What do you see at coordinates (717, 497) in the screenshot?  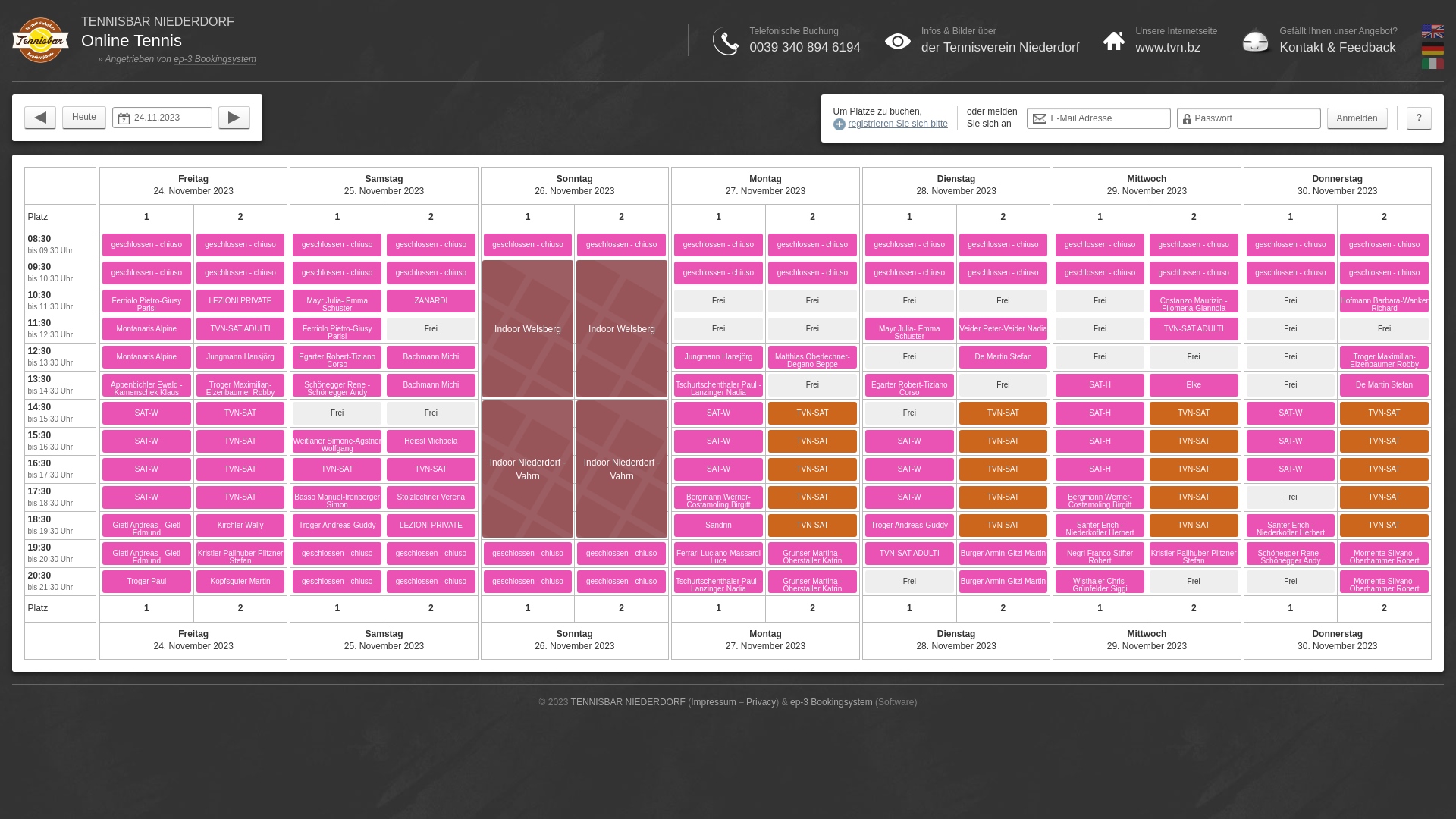 I see `'Bergmann Werner-Costamoling Birgitt'` at bounding box center [717, 497].